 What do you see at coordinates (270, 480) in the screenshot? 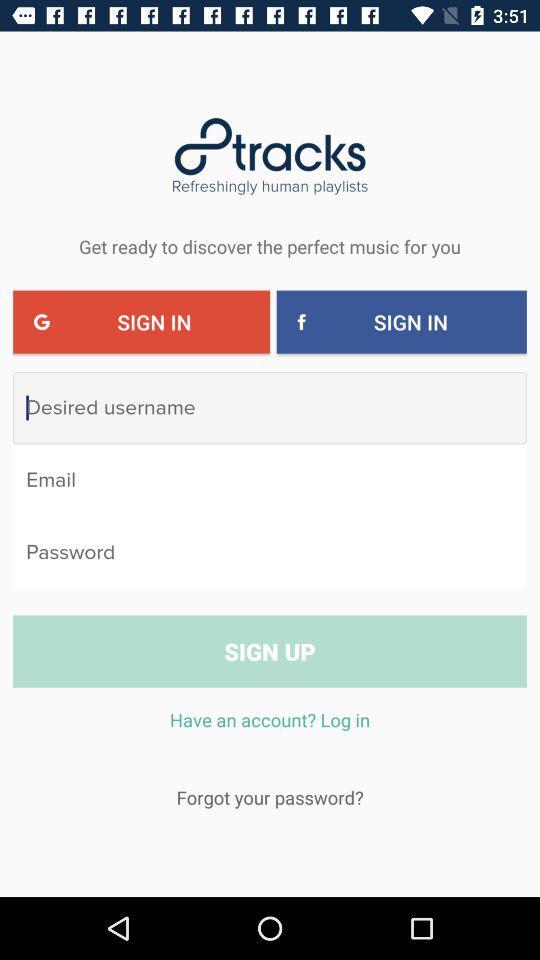
I see `type your email` at bounding box center [270, 480].